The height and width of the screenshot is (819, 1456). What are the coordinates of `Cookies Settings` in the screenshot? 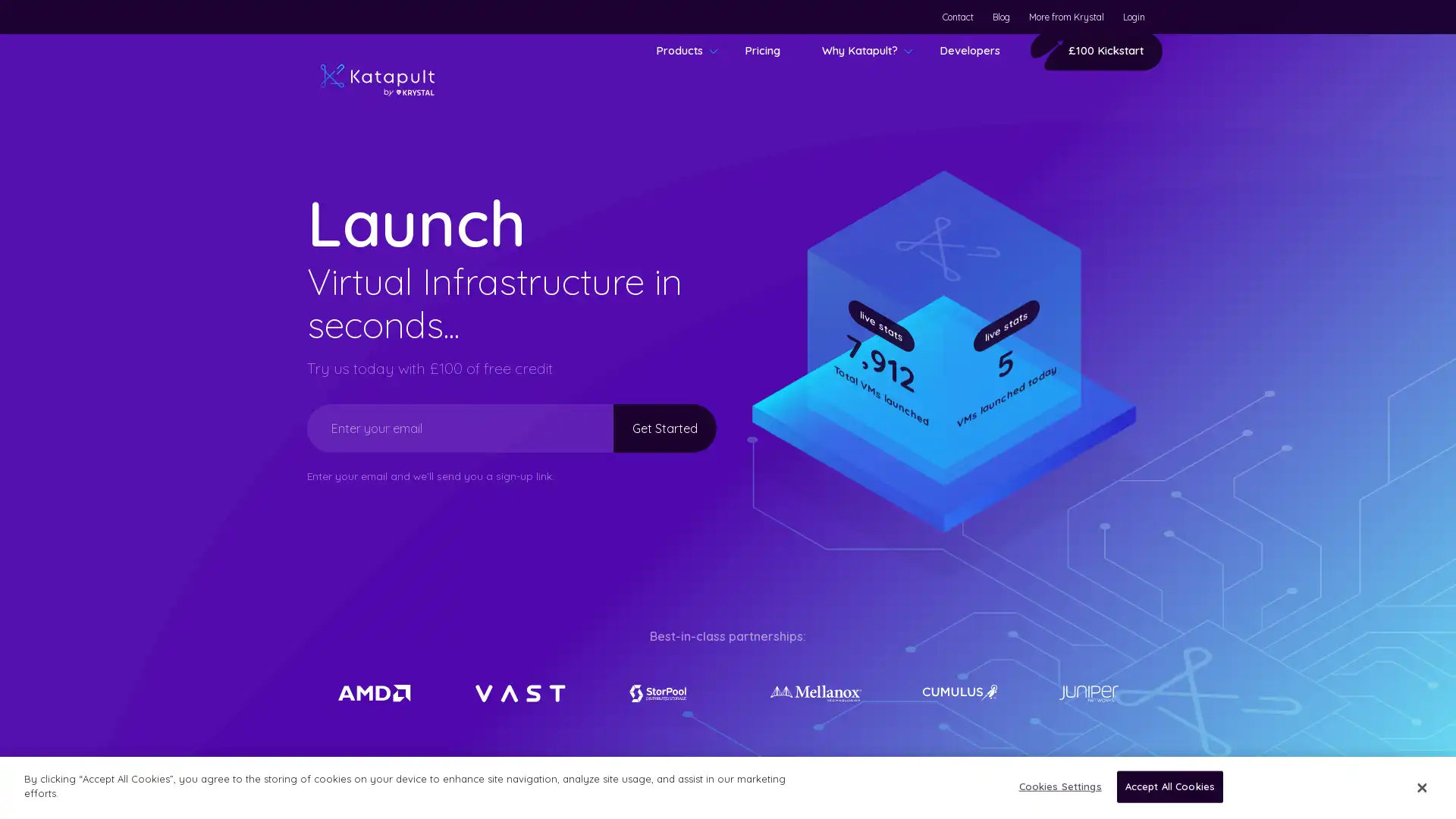 It's located at (1055, 786).